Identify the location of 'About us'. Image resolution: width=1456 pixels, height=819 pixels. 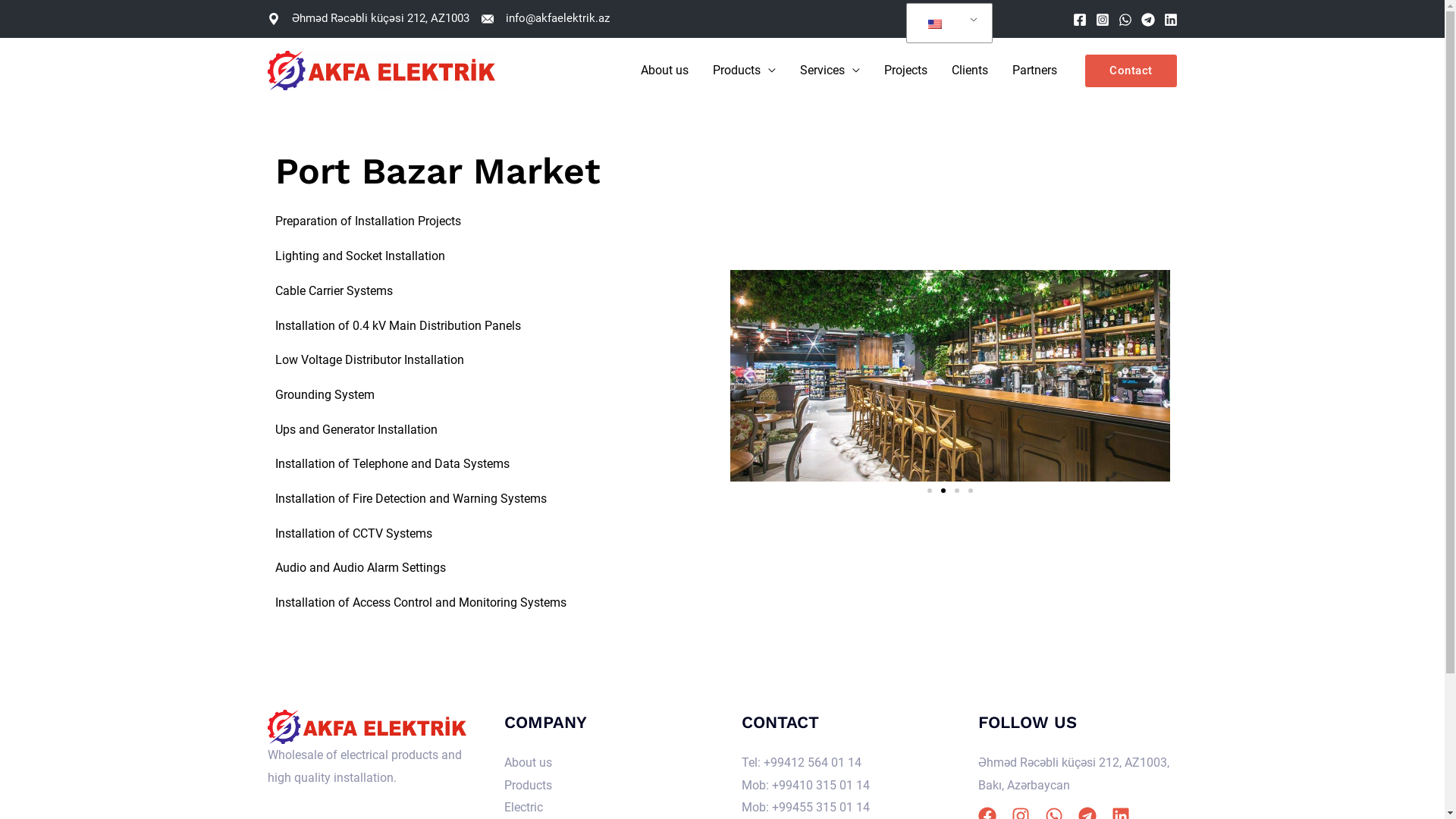
(528, 762).